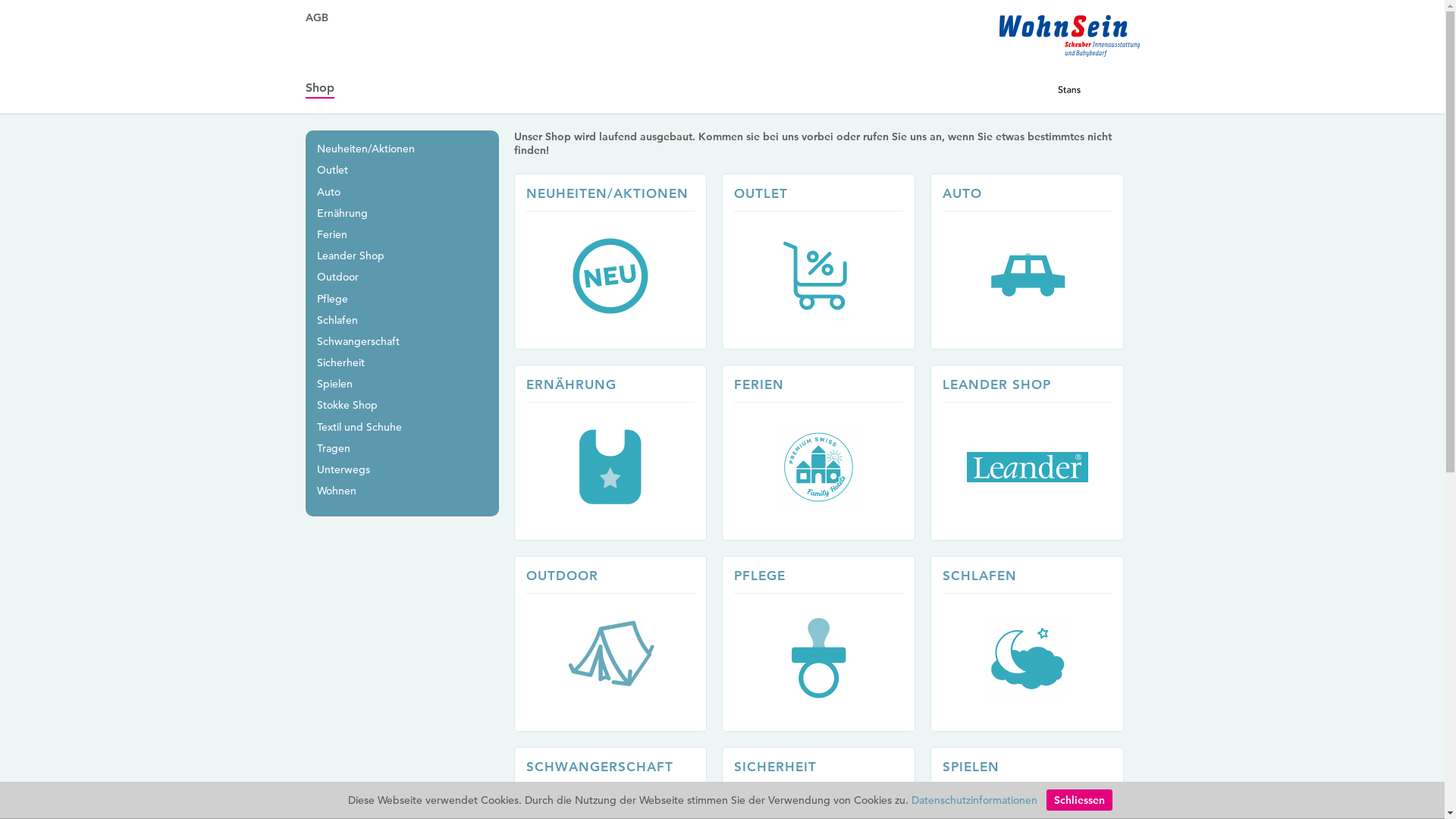 Image resolution: width=1456 pixels, height=819 pixels. I want to click on 'Pflege', so click(331, 298).